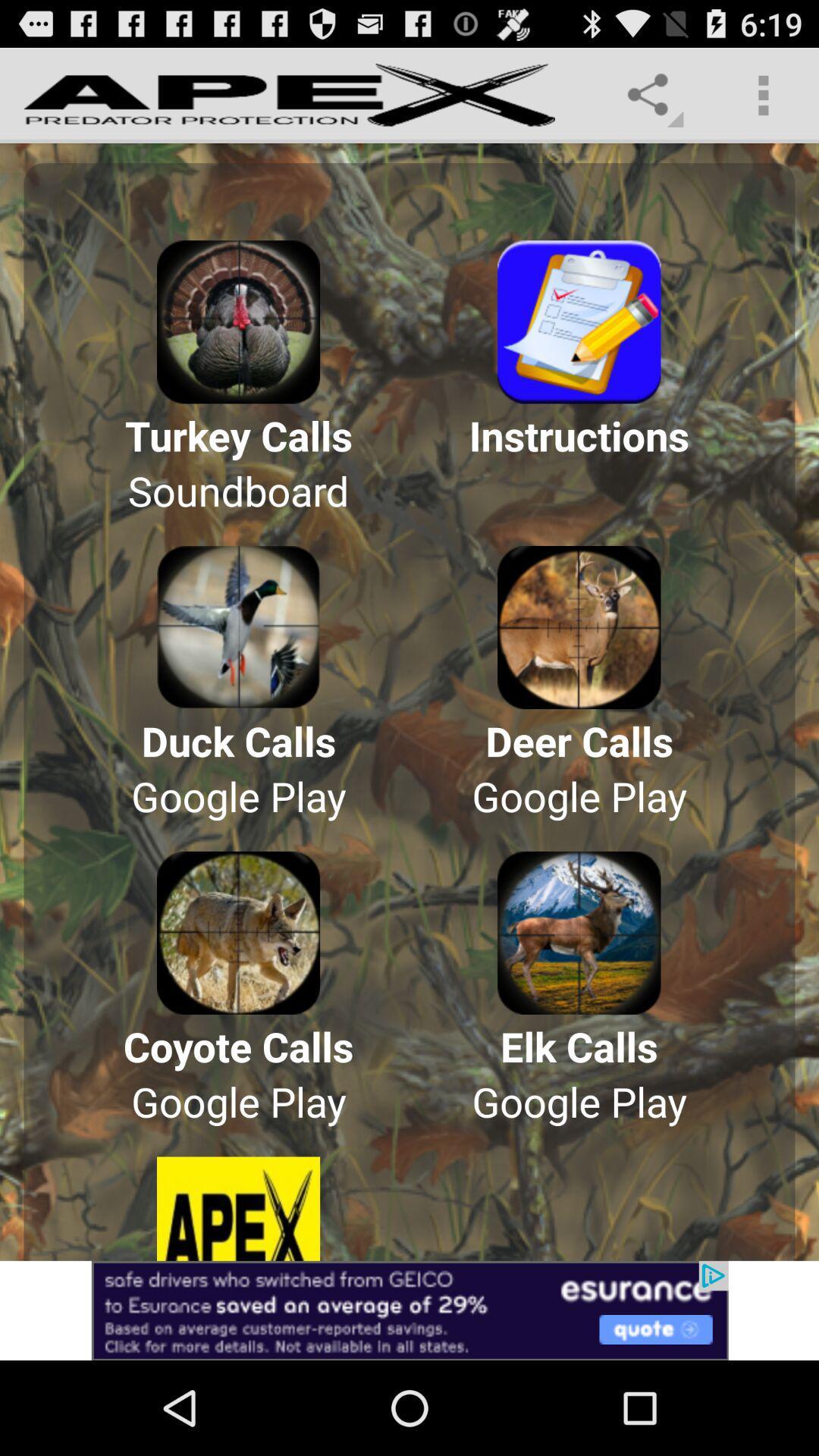 The image size is (819, 1456). What do you see at coordinates (409, 1310) in the screenshot?
I see `esurance advertisement` at bounding box center [409, 1310].